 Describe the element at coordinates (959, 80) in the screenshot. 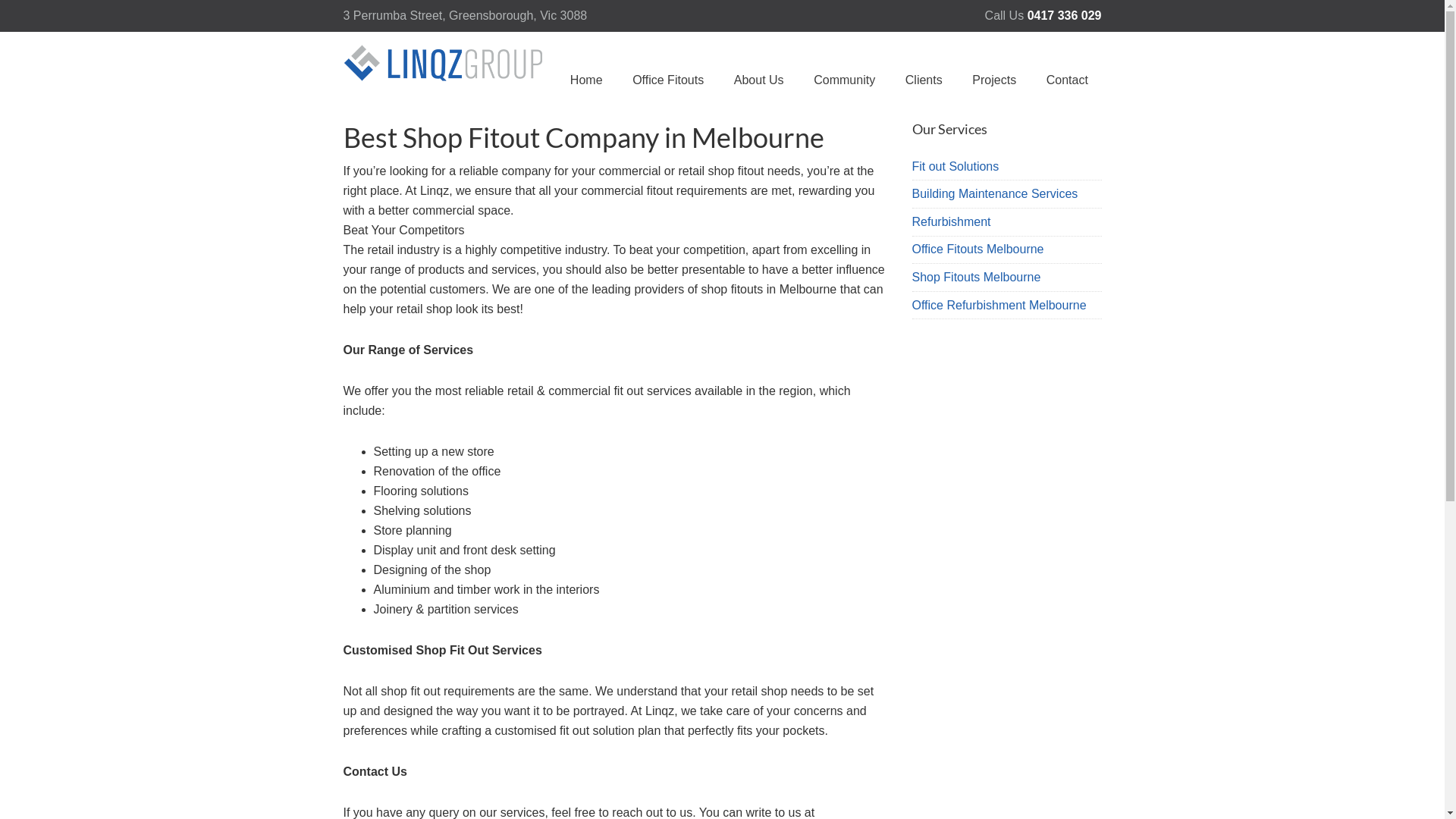

I see `'Projects'` at that location.